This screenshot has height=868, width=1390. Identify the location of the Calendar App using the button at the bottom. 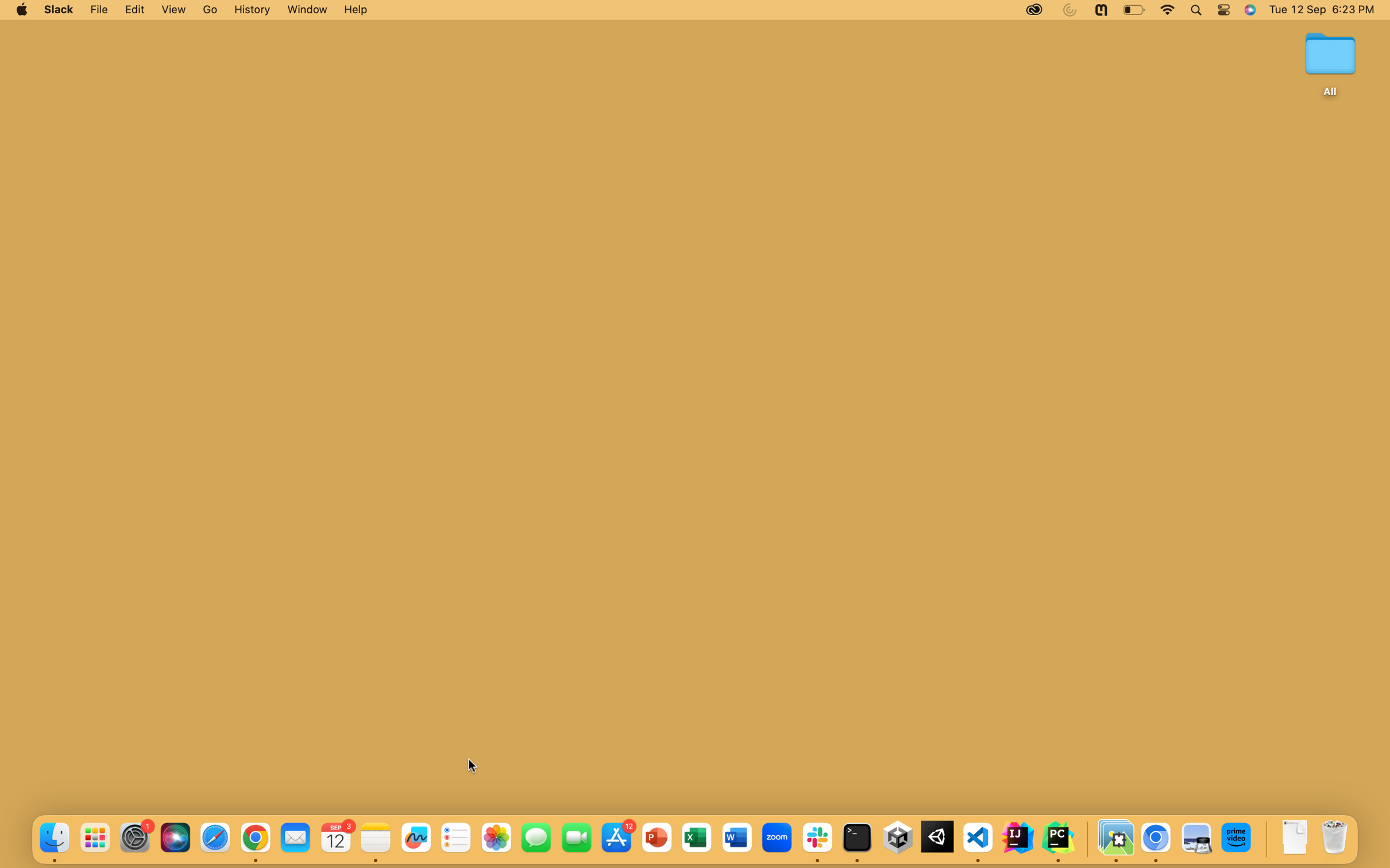
(337, 838).